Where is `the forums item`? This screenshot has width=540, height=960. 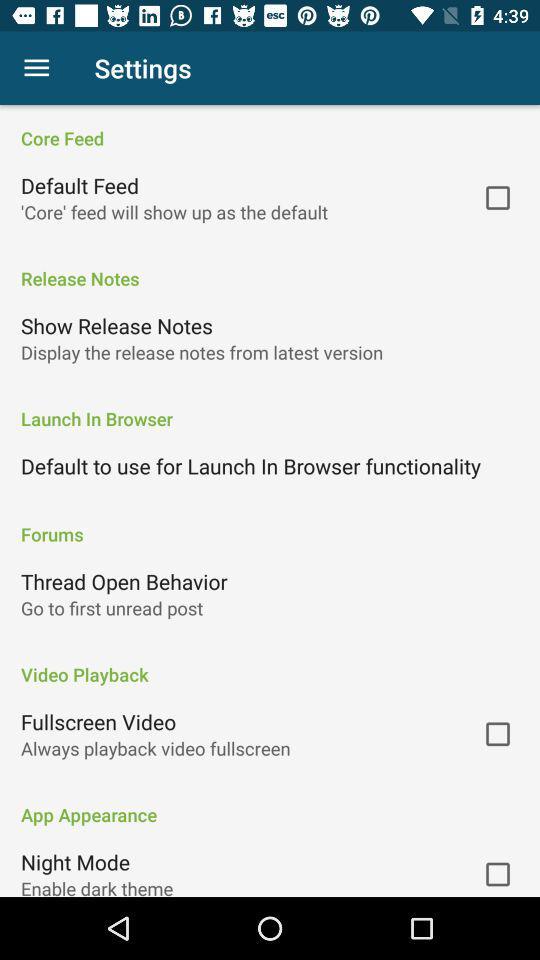 the forums item is located at coordinates (270, 522).